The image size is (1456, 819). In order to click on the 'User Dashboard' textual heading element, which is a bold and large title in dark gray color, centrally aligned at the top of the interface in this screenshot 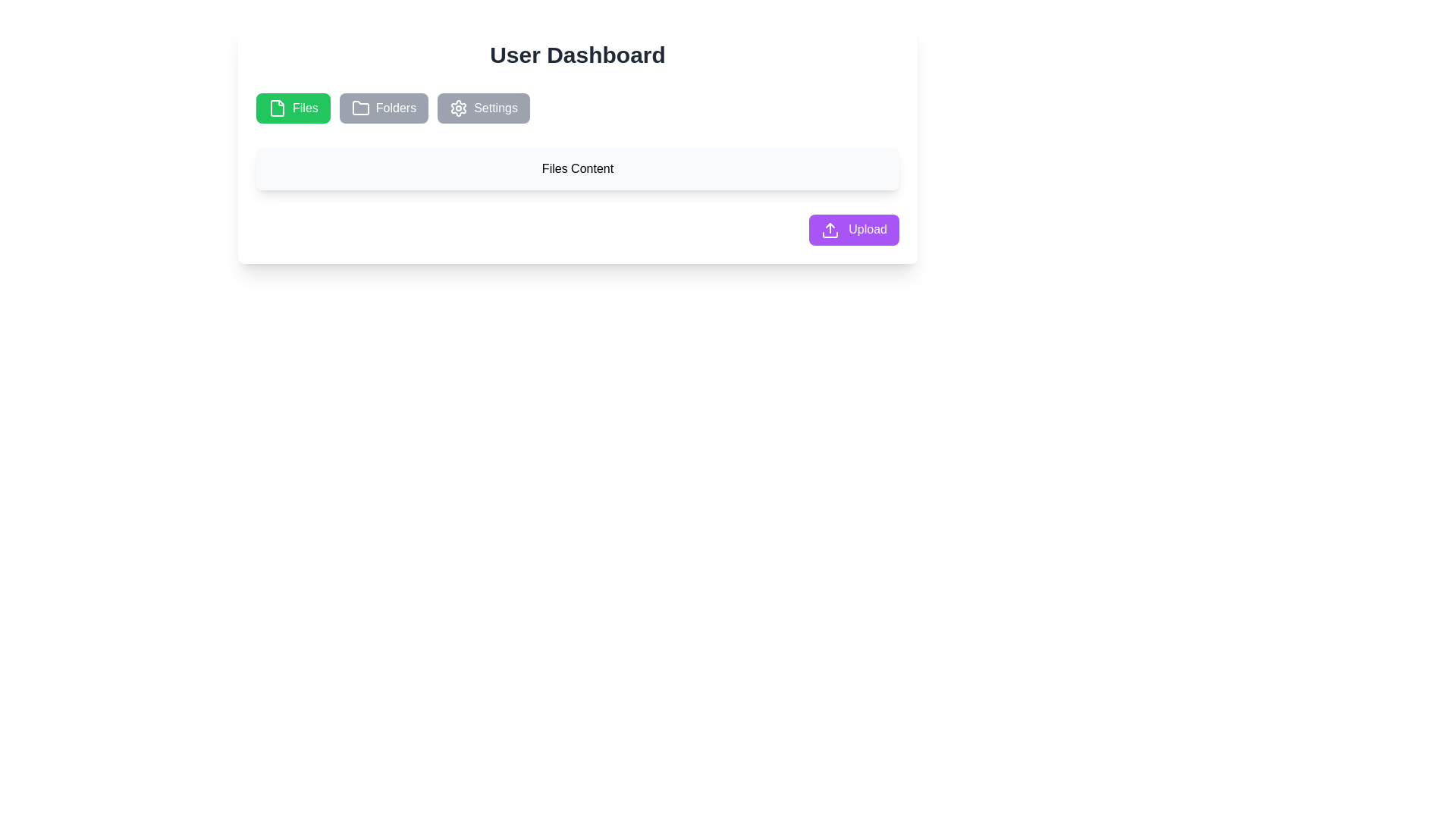, I will do `click(577, 55)`.